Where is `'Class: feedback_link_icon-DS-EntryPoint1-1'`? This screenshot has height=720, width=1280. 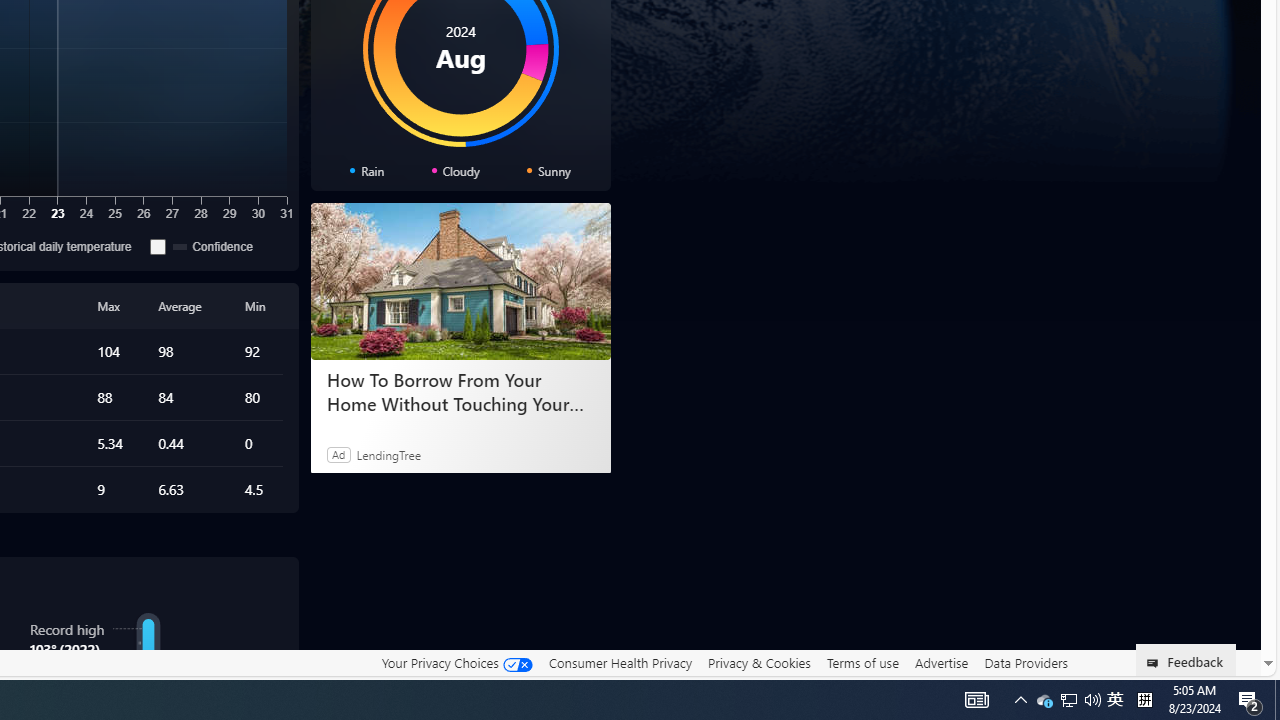 'Class: feedback_link_icon-DS-EntryPoint1-1' is located at coordinates (1156, 663).